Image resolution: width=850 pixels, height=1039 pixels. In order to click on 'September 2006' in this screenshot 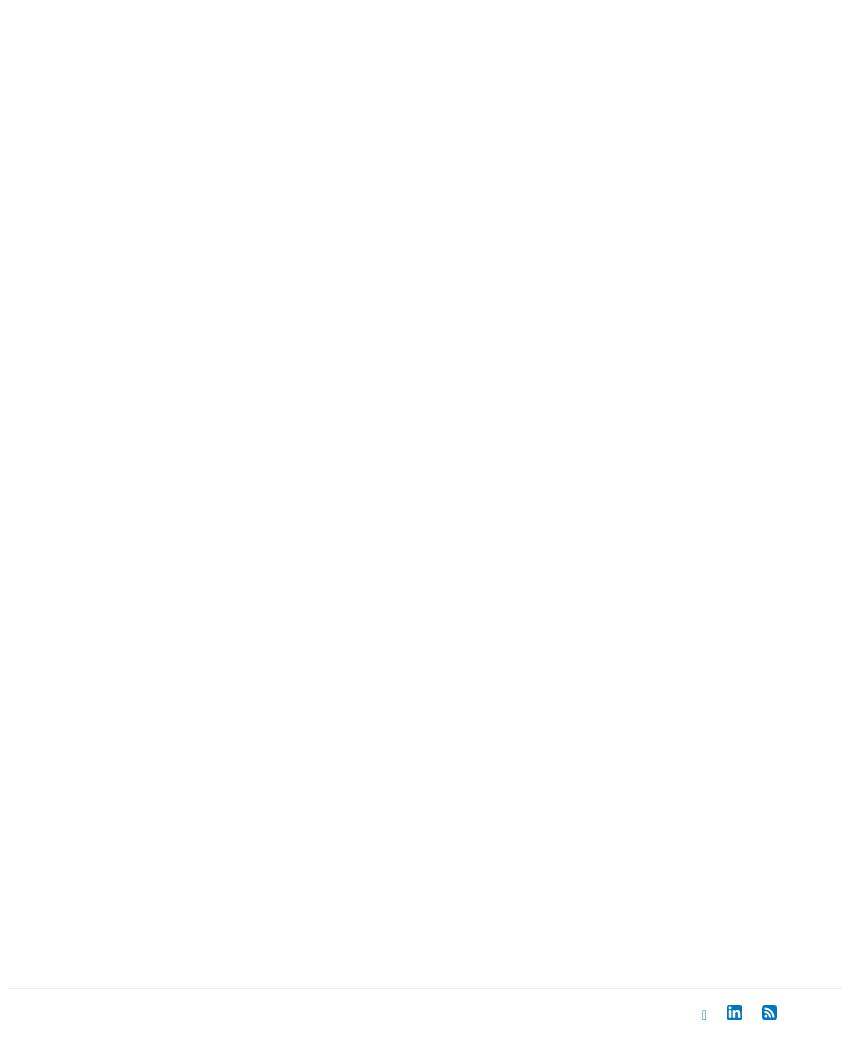, I will do `click(89, 410)`.